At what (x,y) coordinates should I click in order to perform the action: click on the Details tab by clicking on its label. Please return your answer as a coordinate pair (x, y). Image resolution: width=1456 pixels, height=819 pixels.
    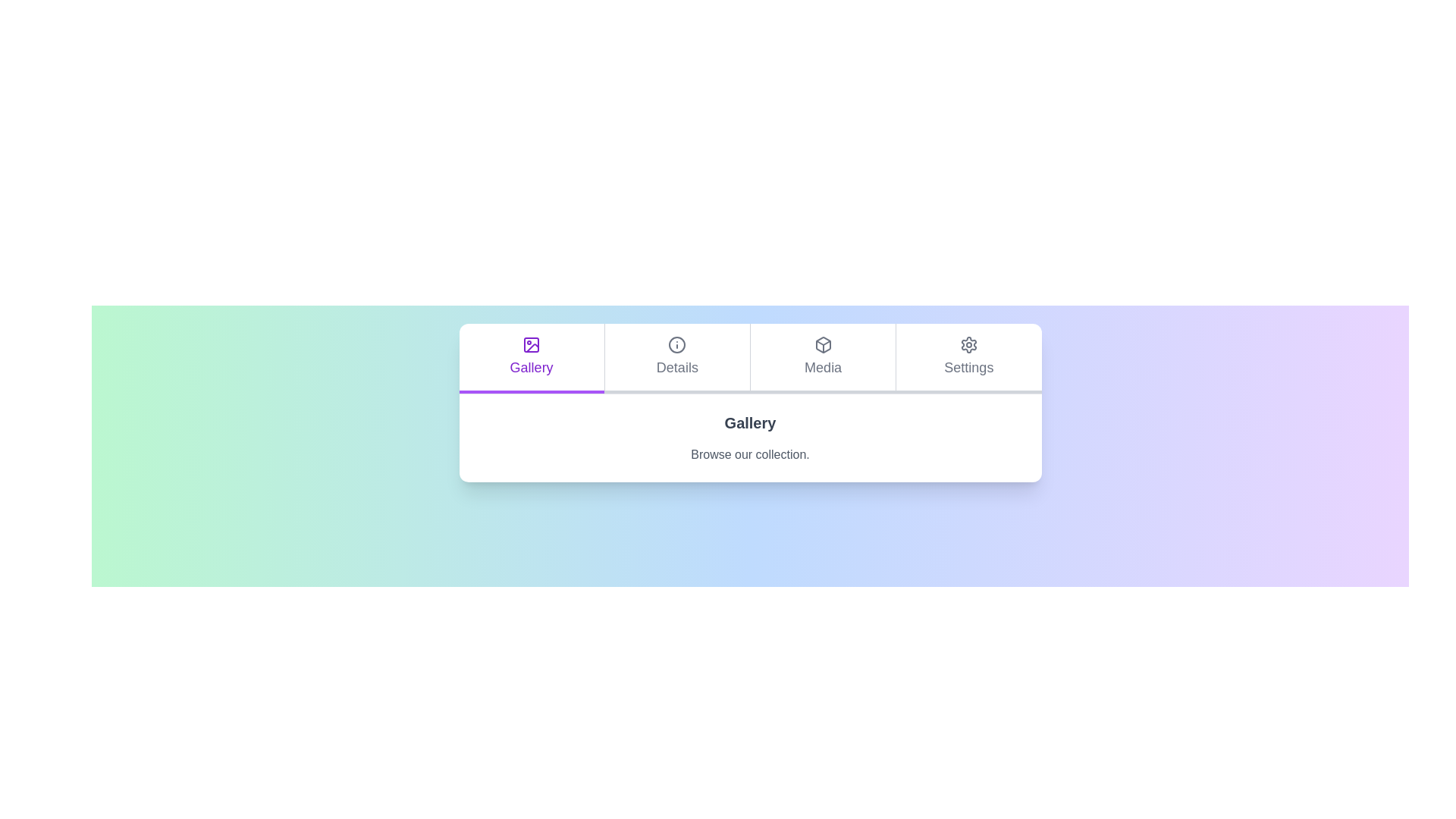
    Looking at the image, I should click on (676, 359).